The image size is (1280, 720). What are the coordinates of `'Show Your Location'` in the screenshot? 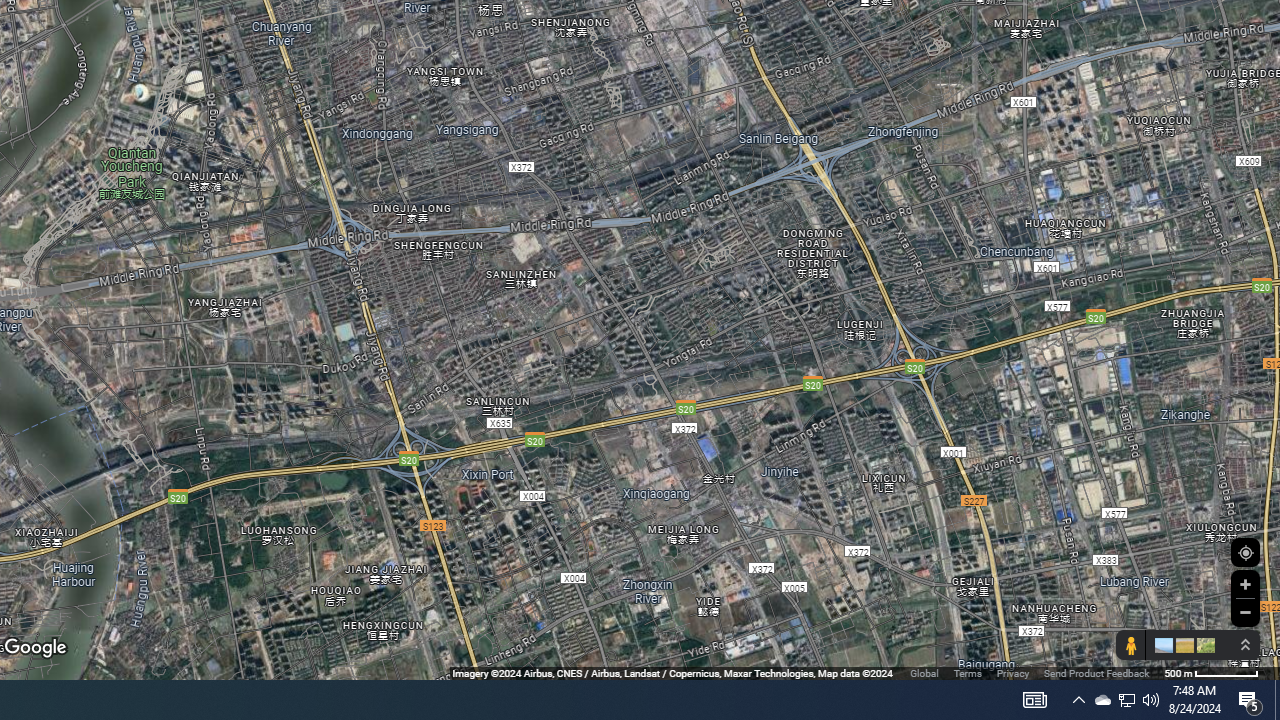 It's located at (1244, 552).